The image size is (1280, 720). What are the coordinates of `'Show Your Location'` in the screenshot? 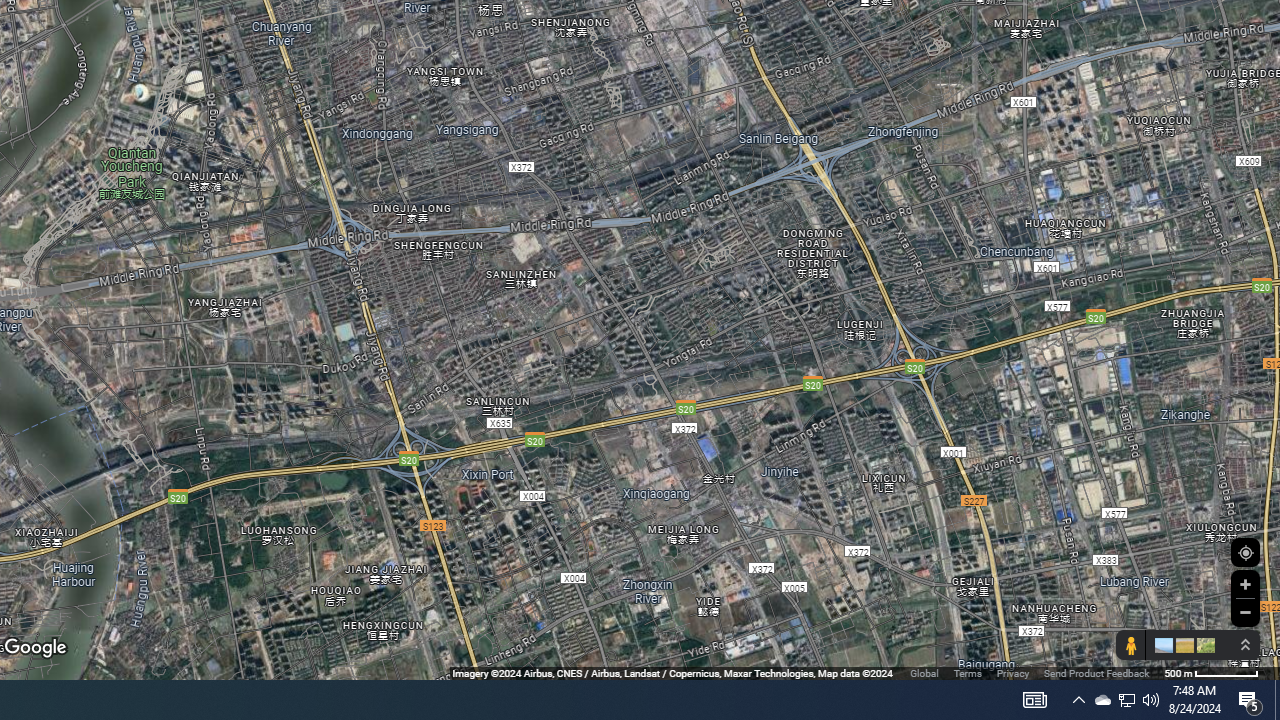 It's located at (1244, 552).